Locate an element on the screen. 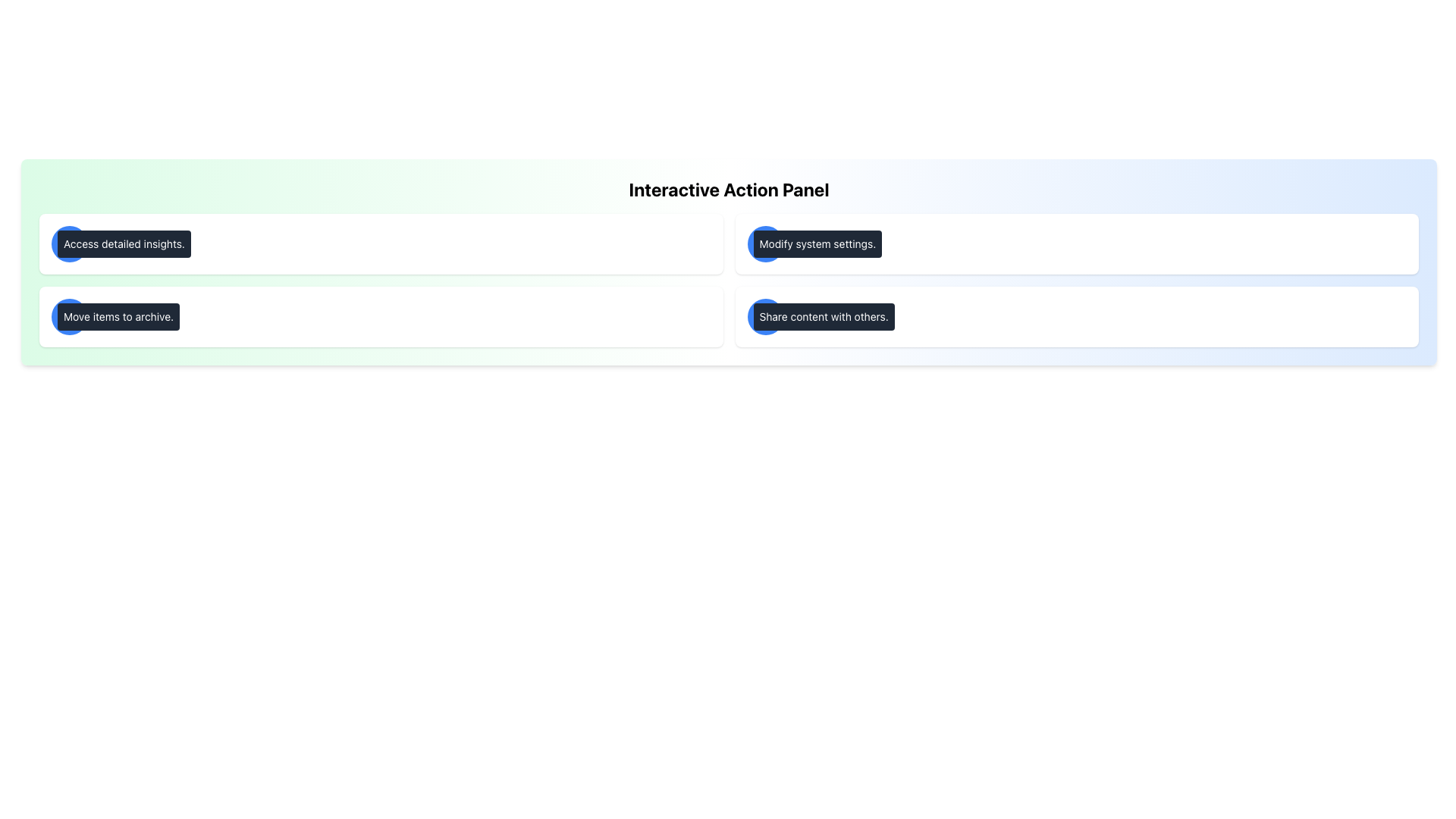  the SVG Circle located in the top-left quadrant of the interface, which serves as a graphical design element for visual emphasis is located at coordinates (68, 243).